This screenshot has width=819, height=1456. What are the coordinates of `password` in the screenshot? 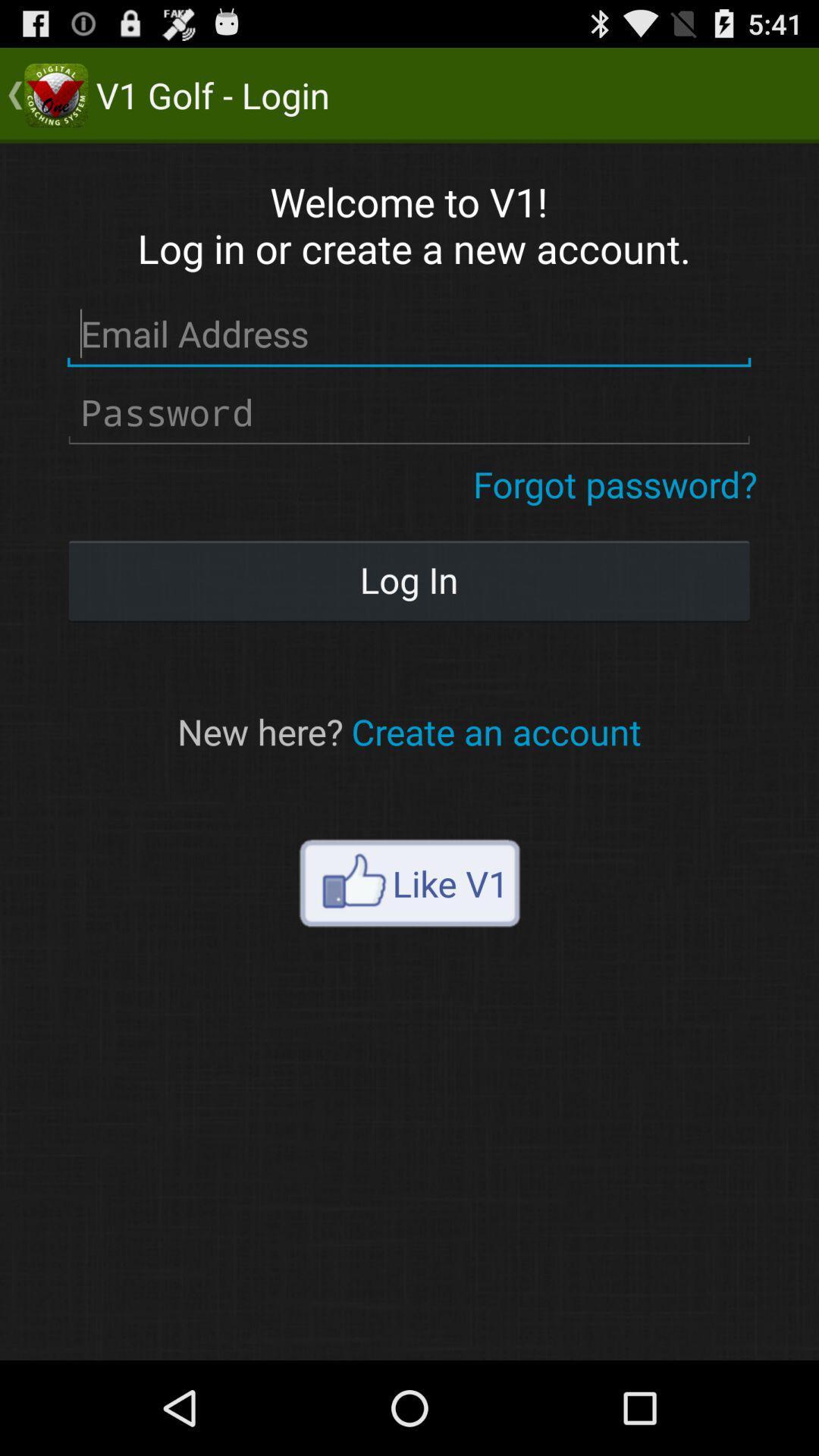 It's located at (408, 413).